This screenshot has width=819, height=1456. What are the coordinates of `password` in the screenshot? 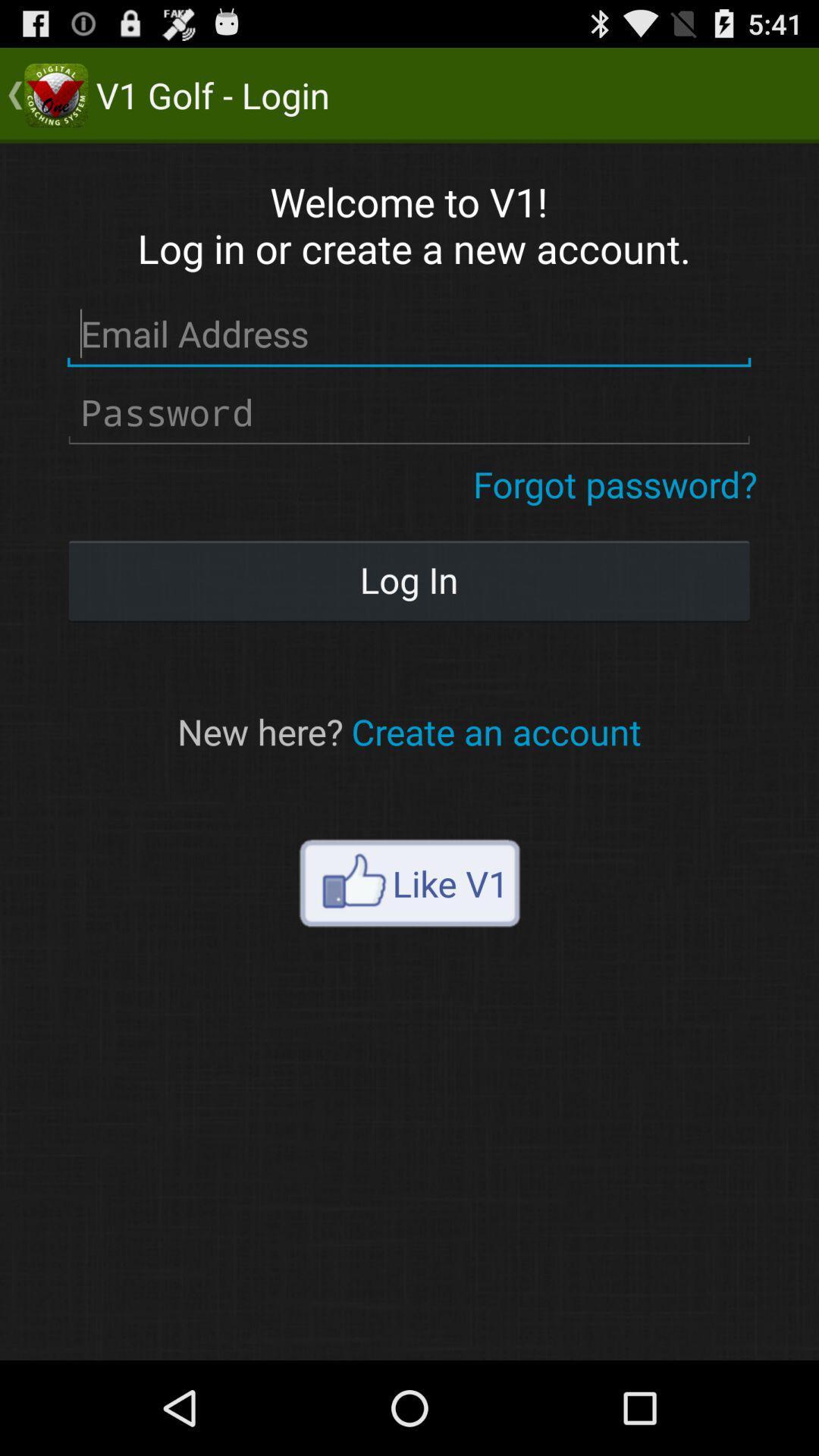 It's located at (408, 413).